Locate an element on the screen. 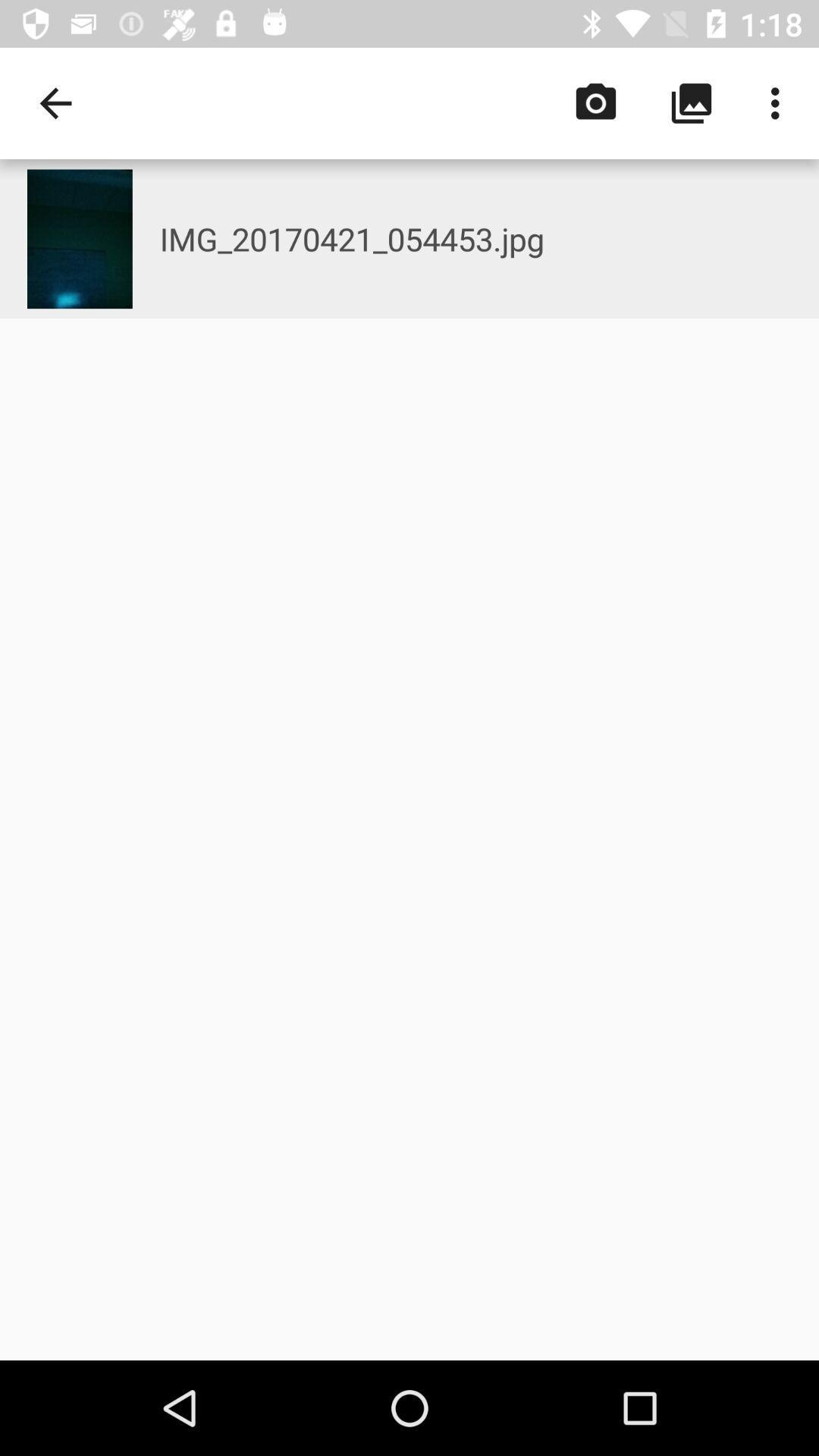  item to the left of img_20170421_054453.jpg is located at coordinates (55, 102).